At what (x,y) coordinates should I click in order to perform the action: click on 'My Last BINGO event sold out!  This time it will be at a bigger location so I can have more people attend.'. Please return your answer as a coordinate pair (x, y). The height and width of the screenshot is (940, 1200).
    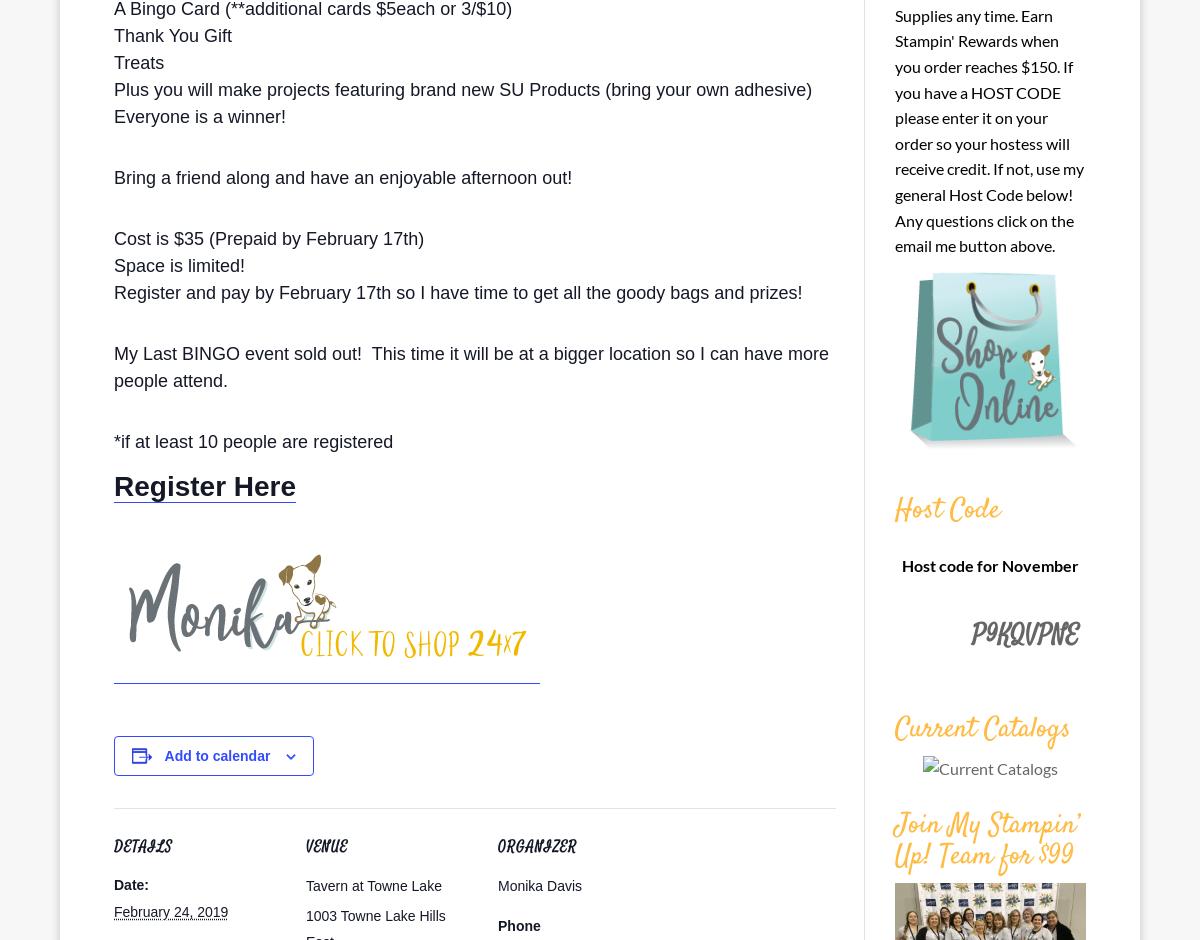
    Looking at the image, I should click on (470, 366).